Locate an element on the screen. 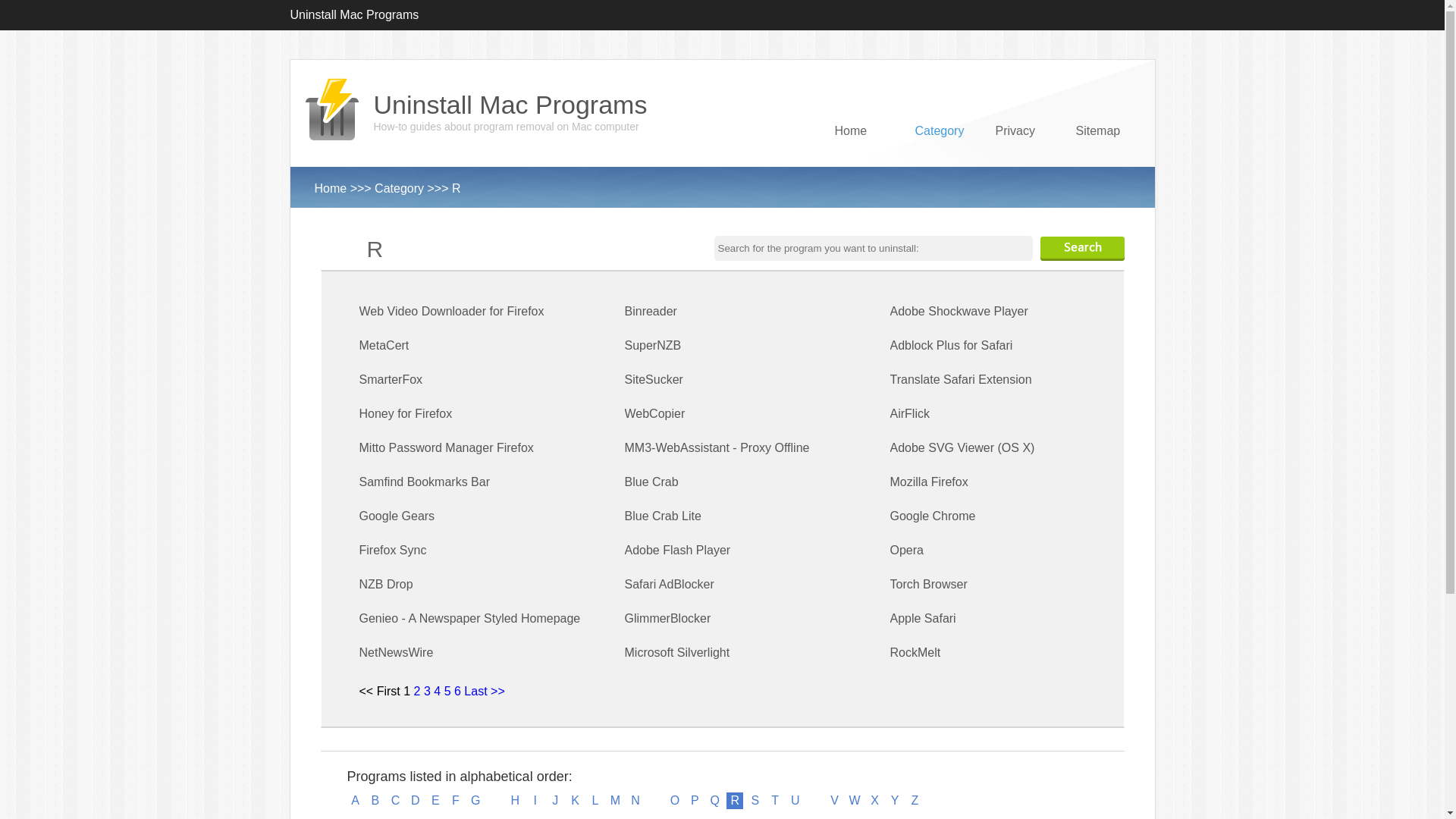 This screenshot has width=1456, height=819. 'V' is located at coordinates (833, 800).